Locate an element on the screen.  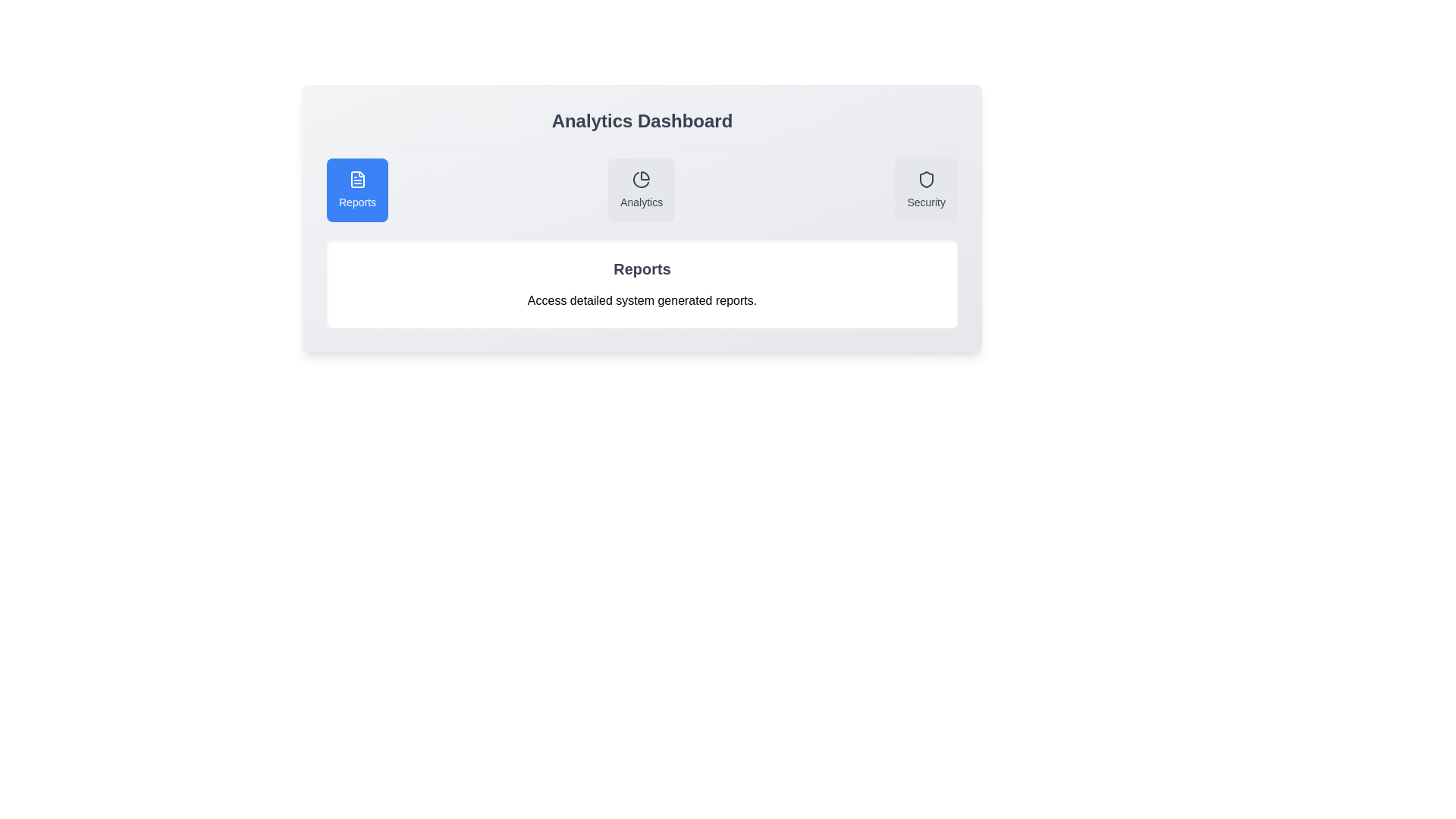
the Reports tab to view its content is located at coordinates (356, 189).